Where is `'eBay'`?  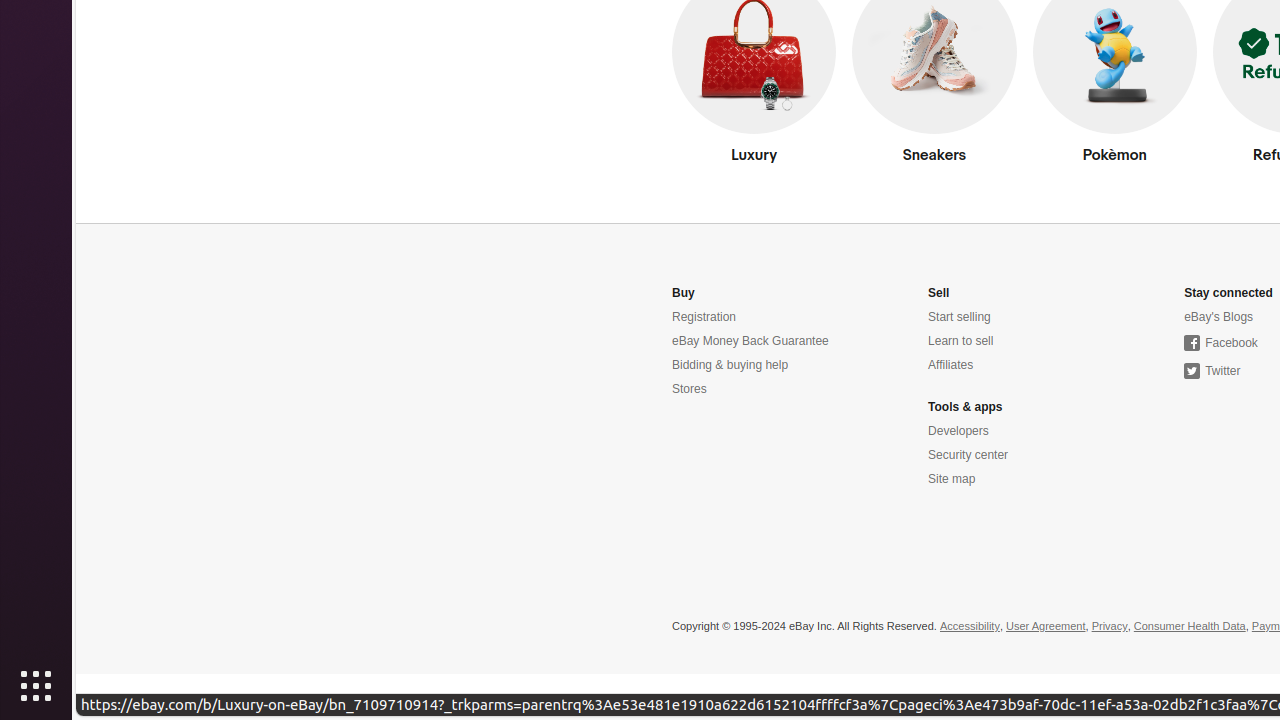
'eBay' is located at coordinates (1217, 316).